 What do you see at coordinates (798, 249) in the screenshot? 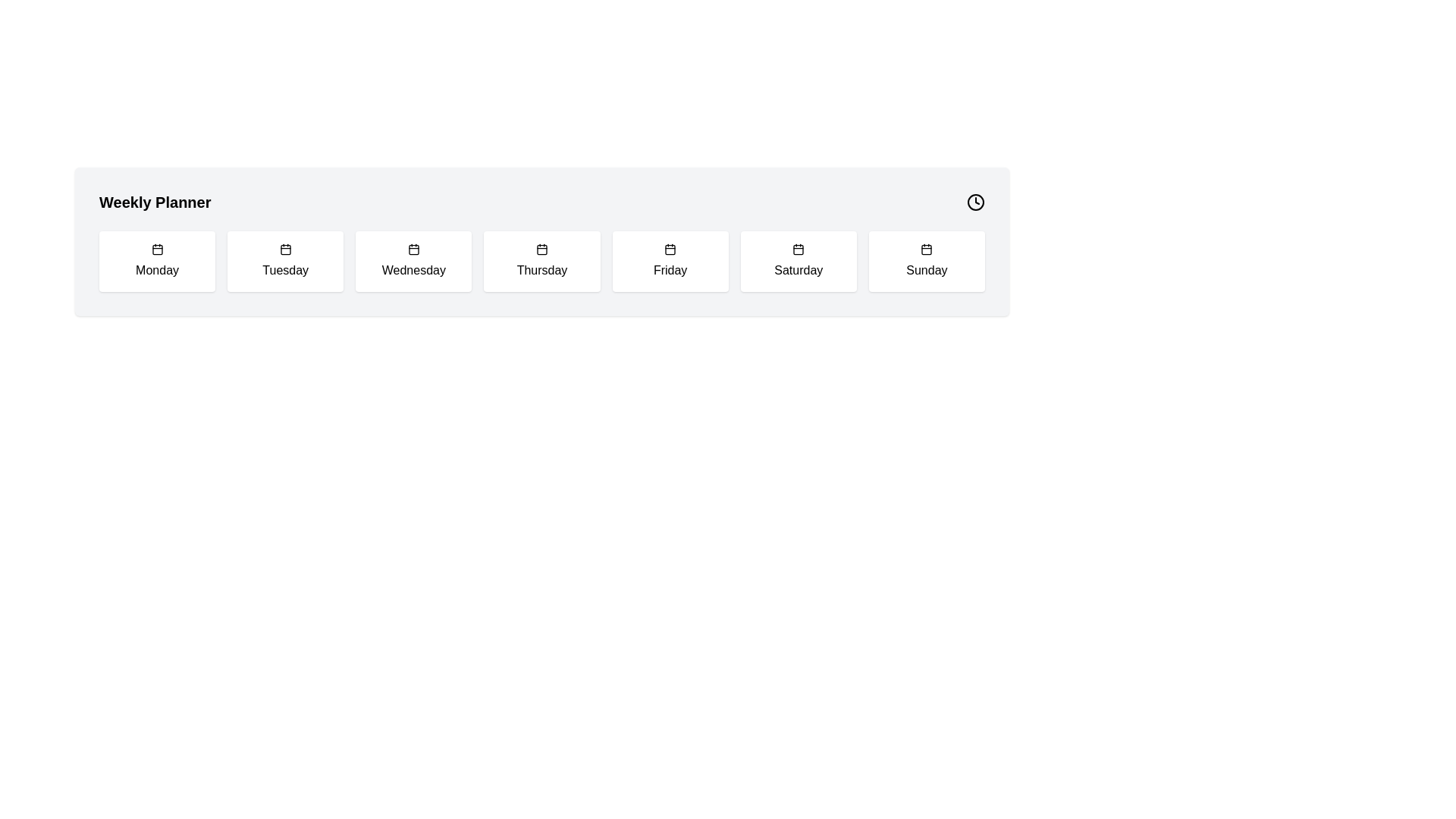
I see `the 'Saturday' icon in the weekly calendar` at bounding box center [798, 249].